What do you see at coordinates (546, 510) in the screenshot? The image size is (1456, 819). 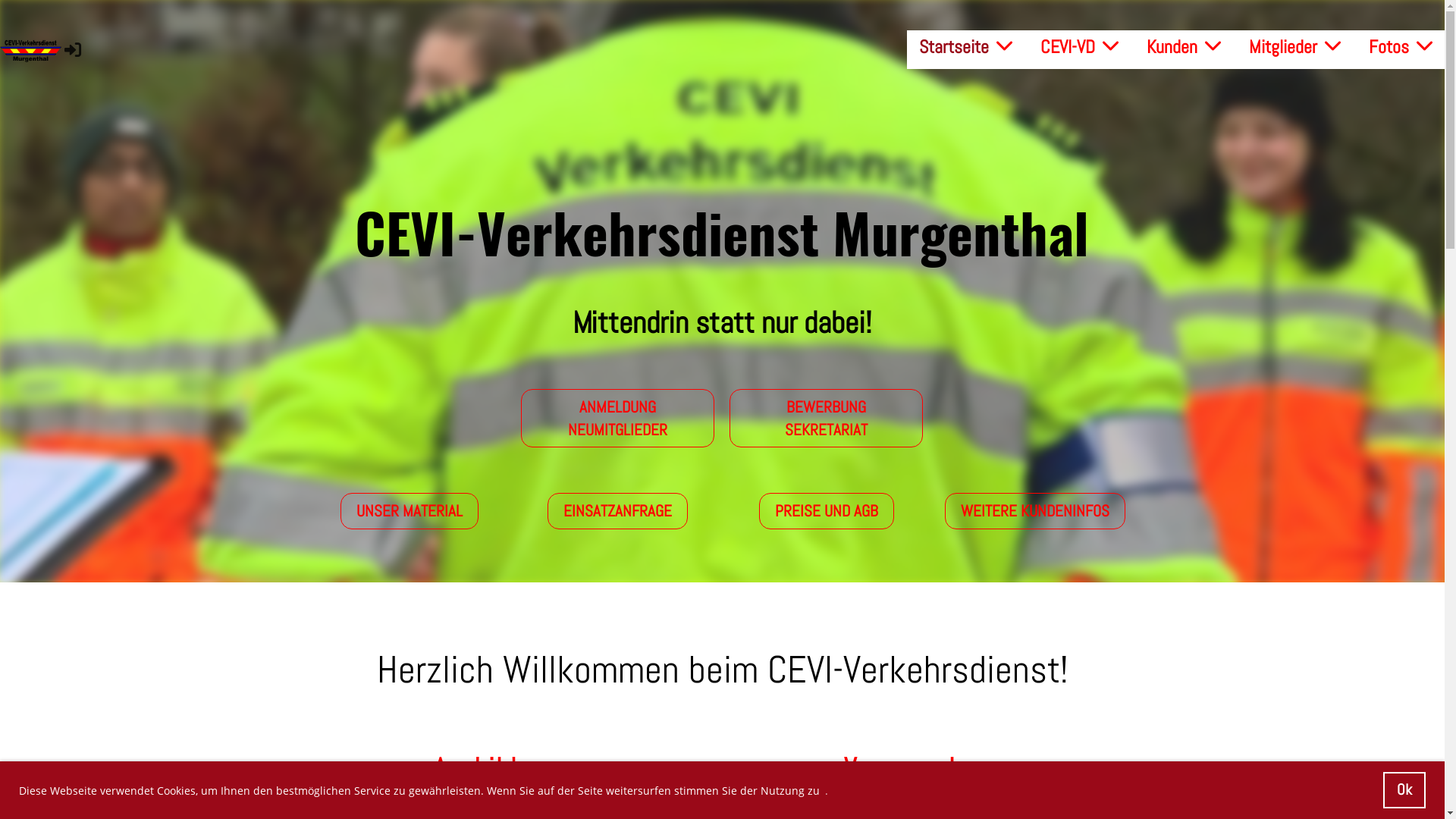 I see `'EINSATZANFRAGE'` at bounding box center [546, 510].